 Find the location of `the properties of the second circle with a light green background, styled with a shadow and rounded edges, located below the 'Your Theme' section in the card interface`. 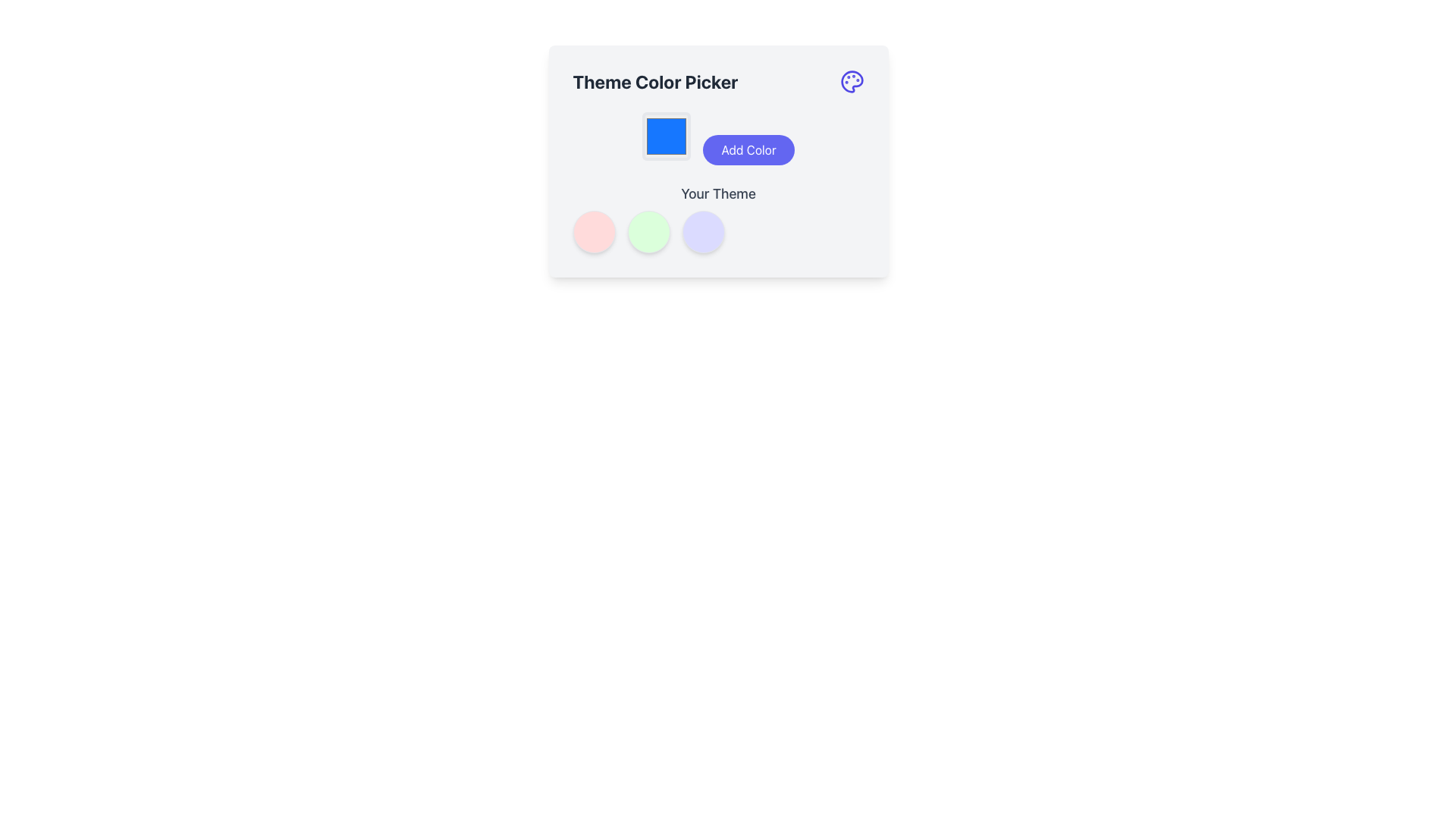

the properties of the second circle with a light green background, styled with a shadow and rounded edges, located below the 'Your Theme' section in the card interface is located at coordinates (648, 231).